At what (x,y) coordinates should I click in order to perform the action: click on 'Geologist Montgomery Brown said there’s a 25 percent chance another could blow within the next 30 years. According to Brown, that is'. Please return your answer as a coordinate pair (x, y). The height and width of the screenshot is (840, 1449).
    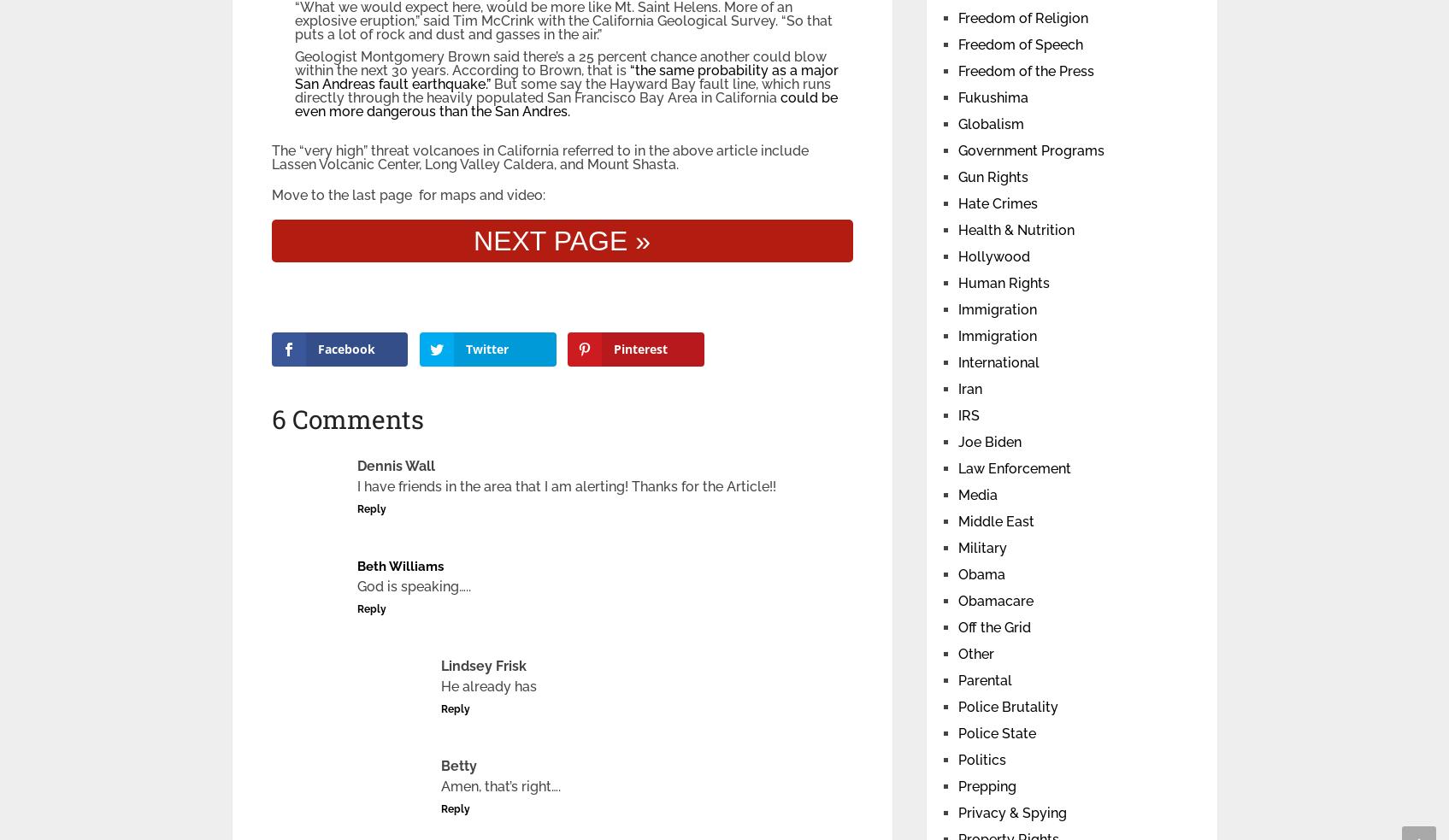
    Looking at the image, I should click on (559, 62).